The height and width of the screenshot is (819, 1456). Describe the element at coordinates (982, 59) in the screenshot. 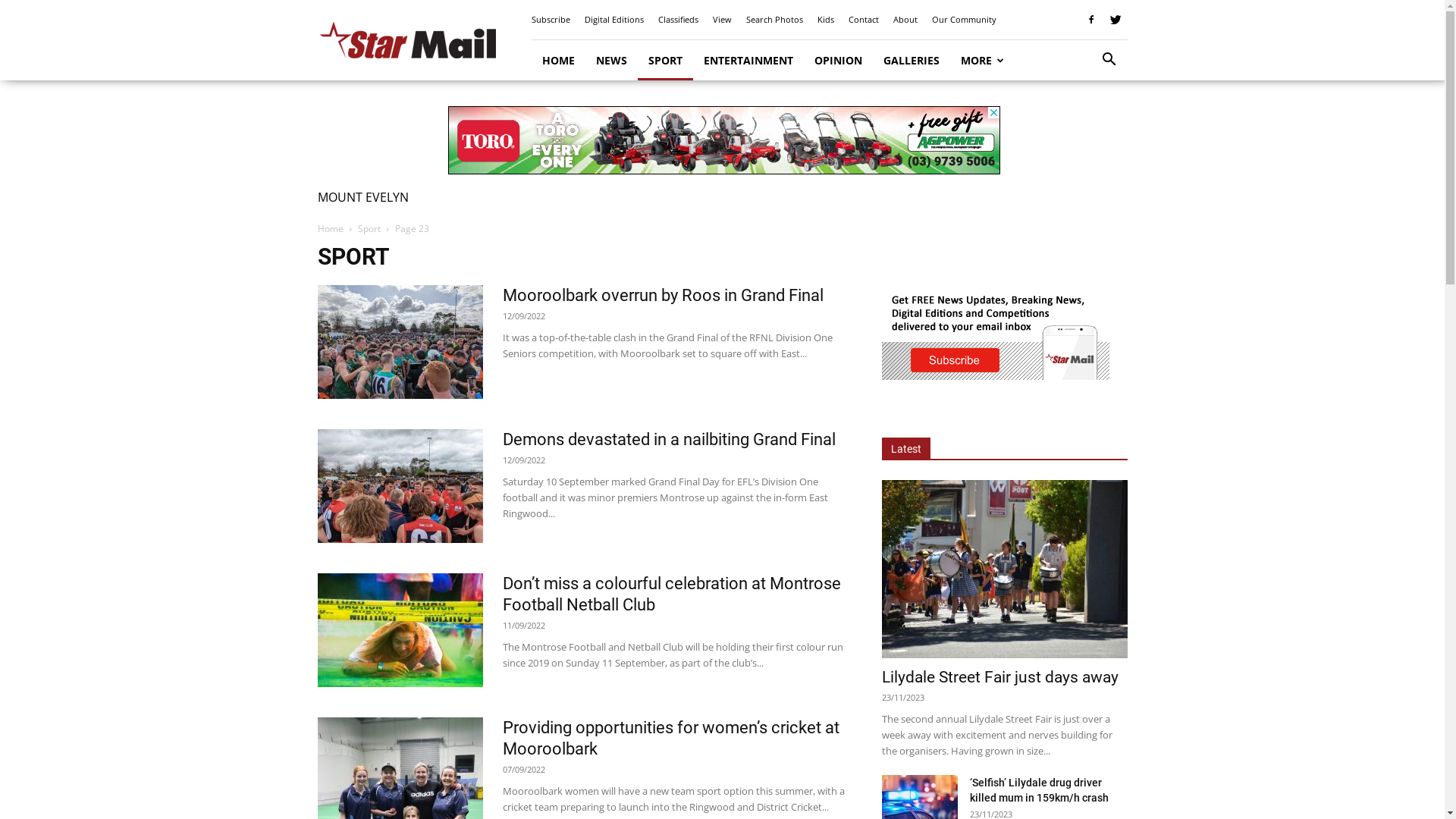

I see `'MORE'` at that location.